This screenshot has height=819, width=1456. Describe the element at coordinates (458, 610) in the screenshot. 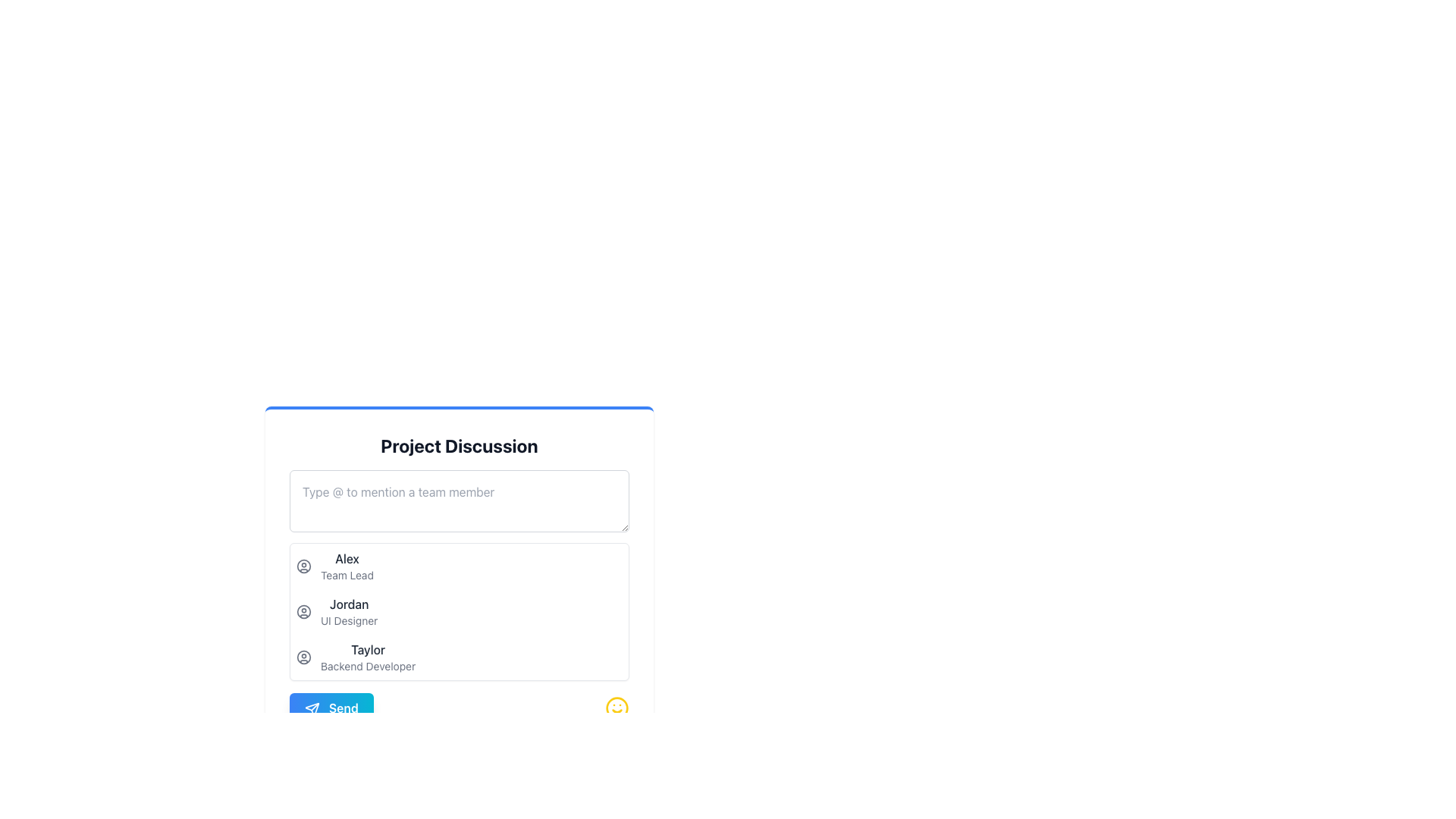

I see `the list item representing the user profile of 'Jordan', a UI Designer, to interact with it` at that location.